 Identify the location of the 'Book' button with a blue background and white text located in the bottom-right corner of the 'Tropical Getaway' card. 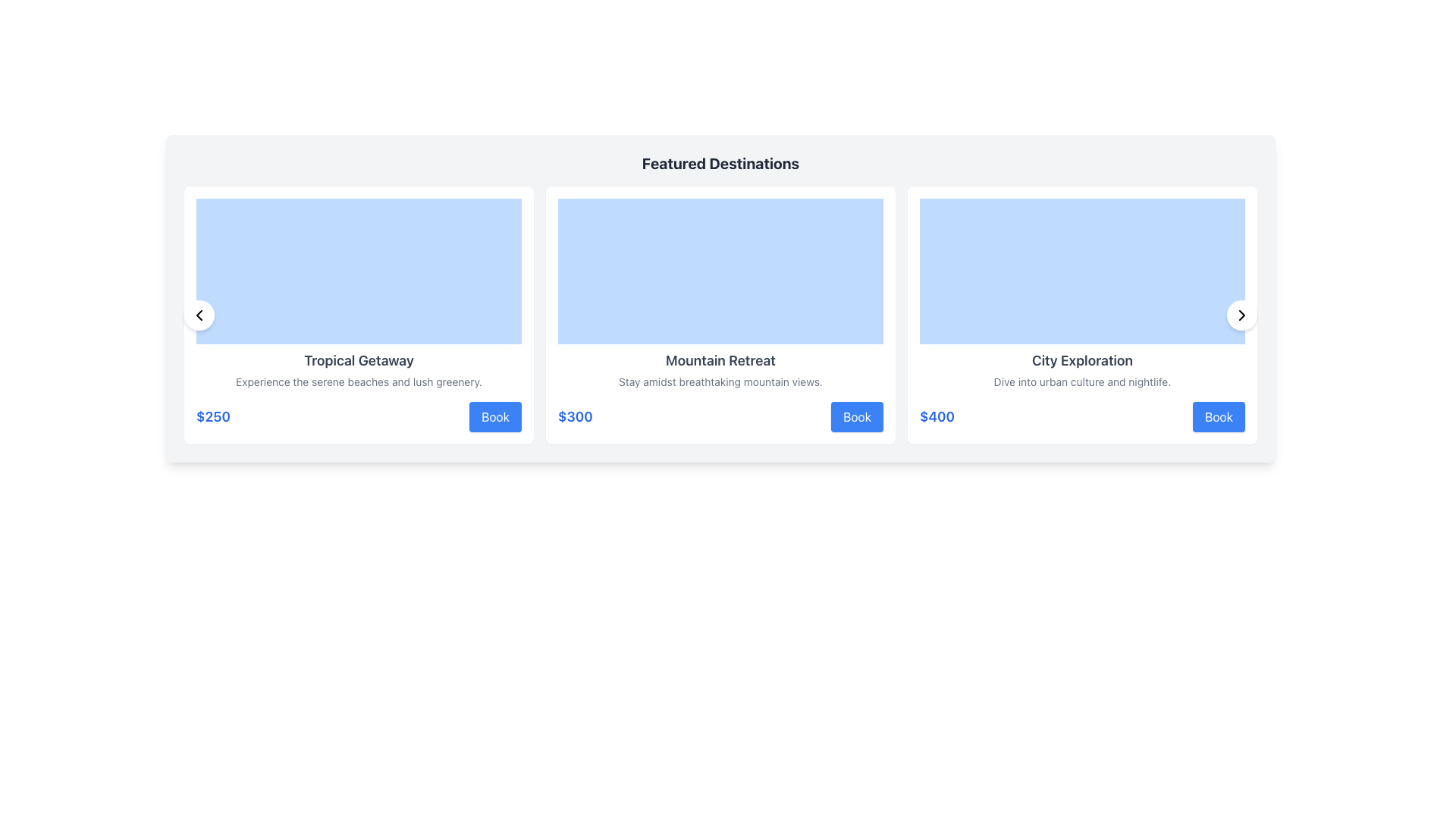
(495, 417).